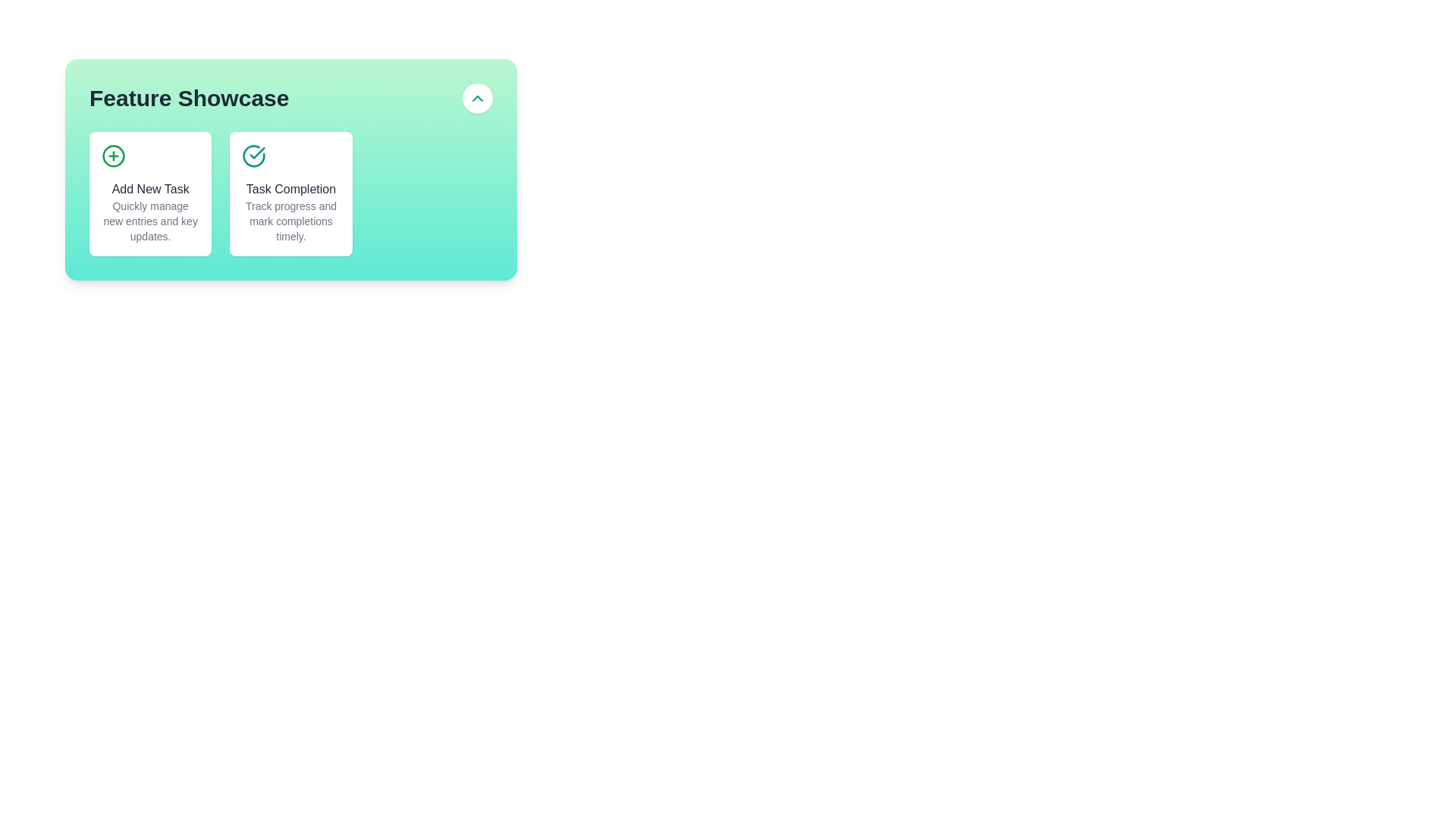  Describe the element at coordinates (254, 155) in the screenshot. I see `the leading circular checkmark icon representing task completion, located to the right of the 'Add New Task' card within the 'Feature Showcase' section` at that location.